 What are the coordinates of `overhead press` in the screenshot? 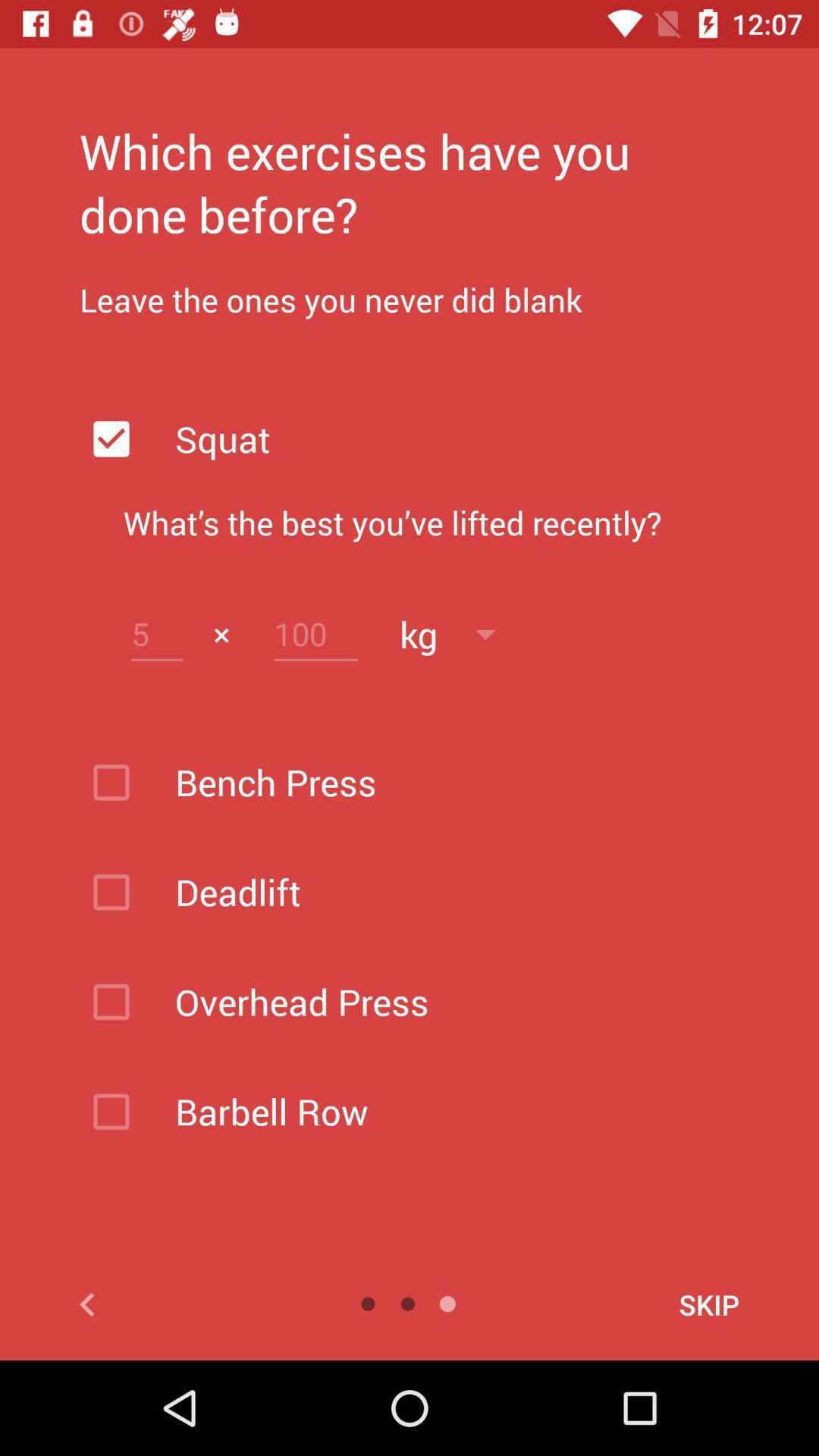 It's located at (448, 1002).